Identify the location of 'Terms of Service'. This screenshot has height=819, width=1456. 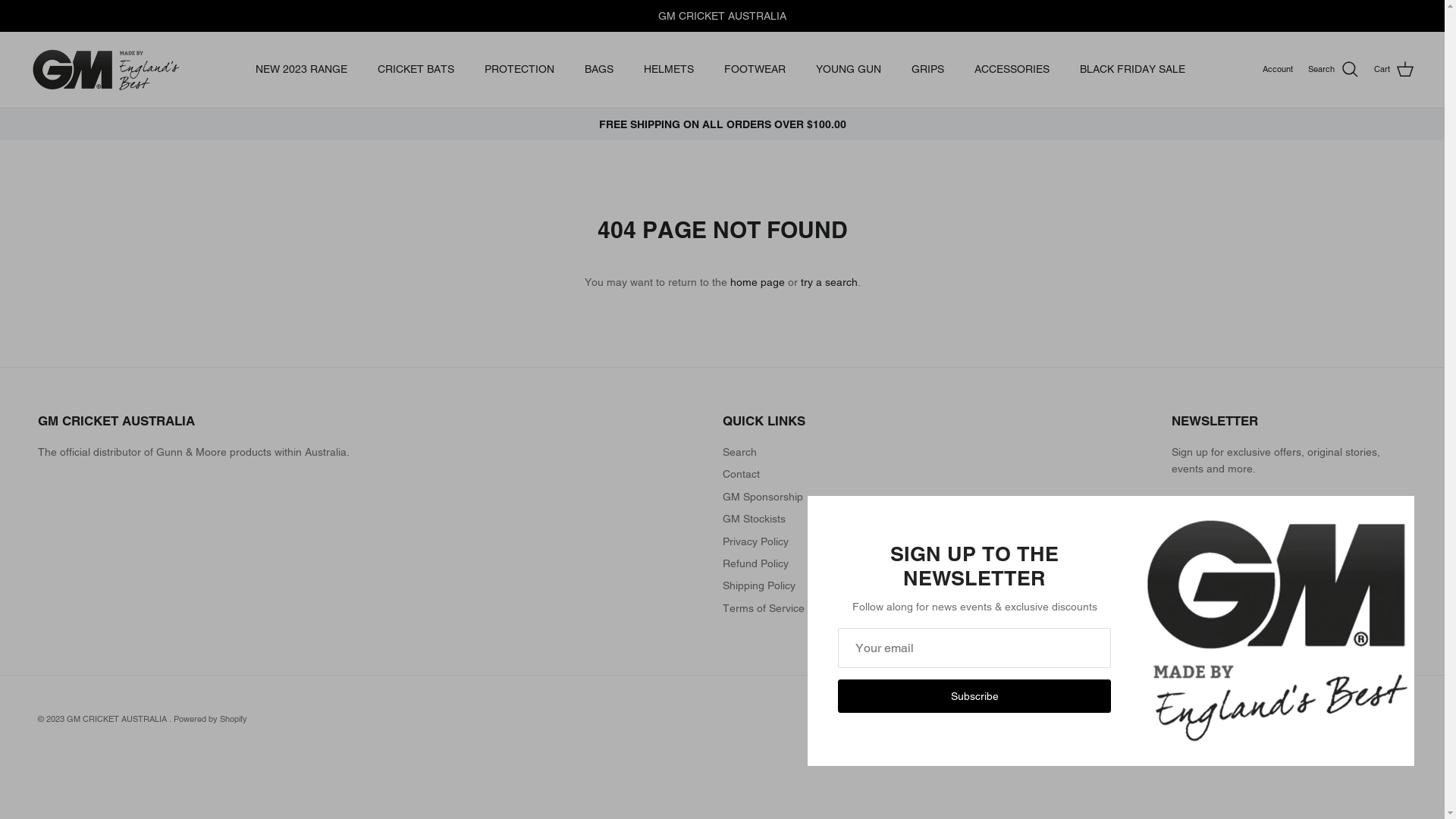
(764, 607).